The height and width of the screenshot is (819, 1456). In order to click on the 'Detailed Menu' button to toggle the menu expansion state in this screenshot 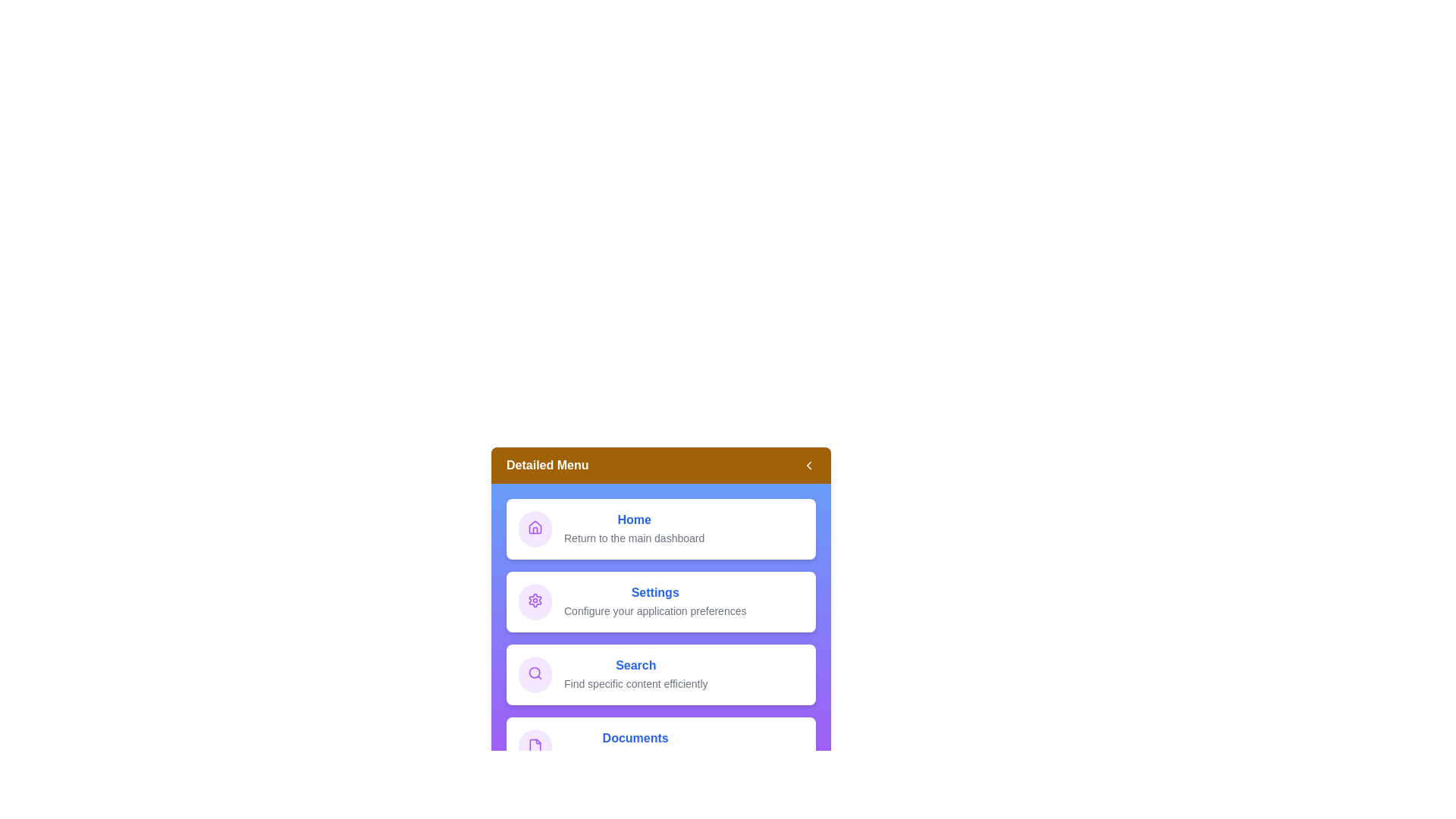, I will do `click(661, 464)`.